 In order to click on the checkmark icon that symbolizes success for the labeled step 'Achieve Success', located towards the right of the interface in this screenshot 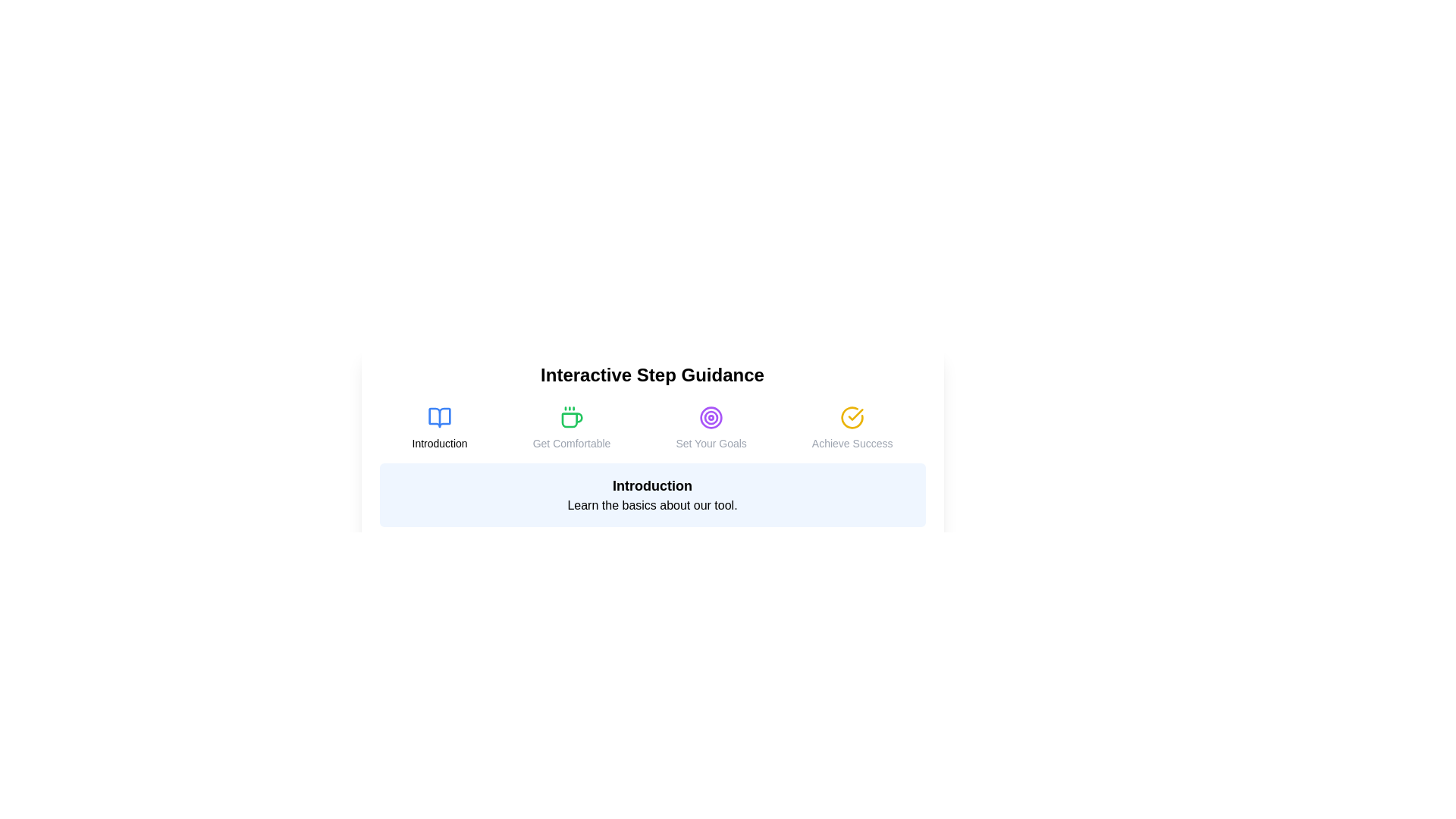, I will do `click(855, 415)`.